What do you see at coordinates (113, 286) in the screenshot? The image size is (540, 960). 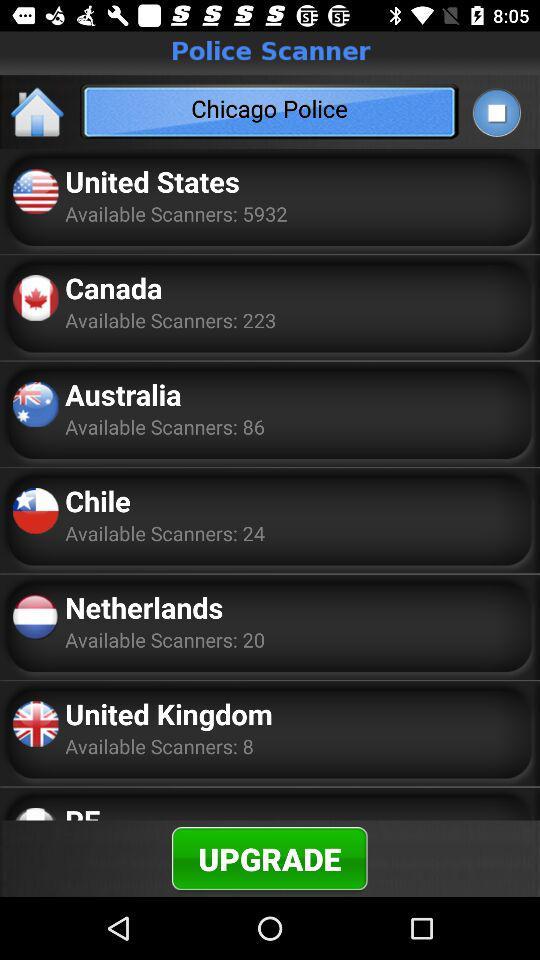 I see `item below available scanners: 5932 item` at bounding box center [113, 286].